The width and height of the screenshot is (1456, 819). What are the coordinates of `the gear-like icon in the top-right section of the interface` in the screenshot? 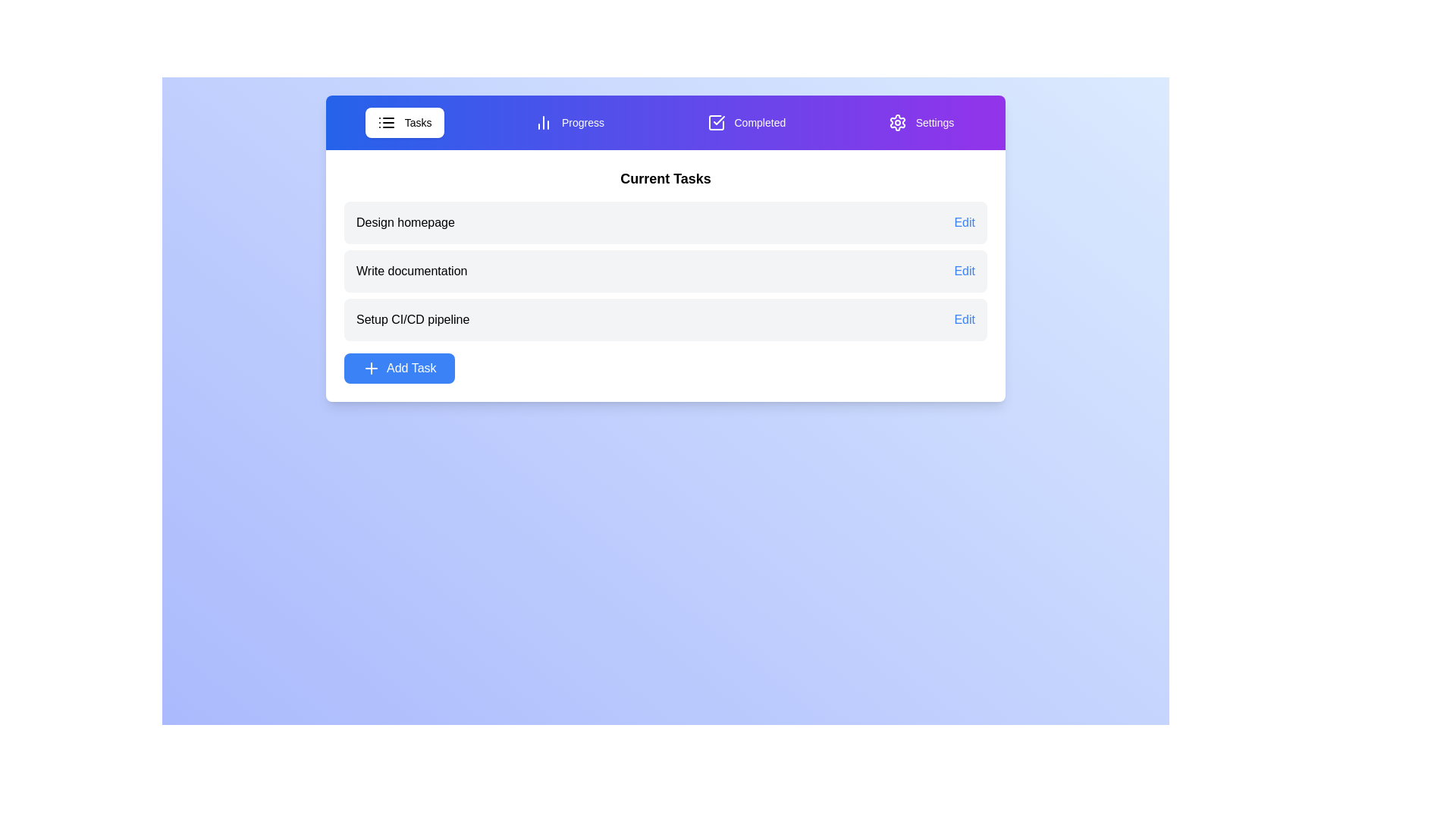 It's located at (897, 122).